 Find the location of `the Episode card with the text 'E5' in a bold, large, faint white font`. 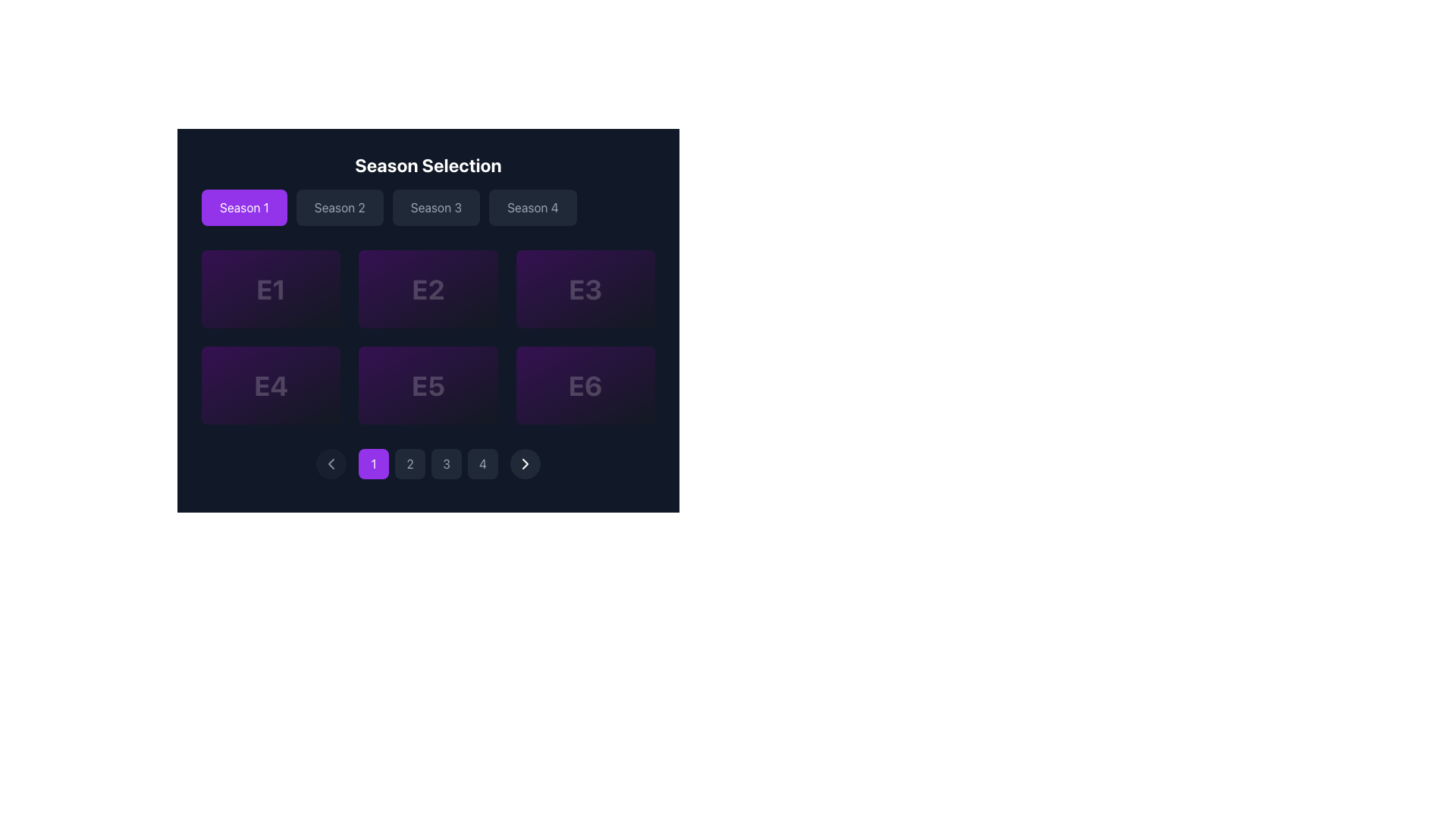

the Episode card with the text 'E5' in a bold, large, faint white font is located at coordinates (428, 384).